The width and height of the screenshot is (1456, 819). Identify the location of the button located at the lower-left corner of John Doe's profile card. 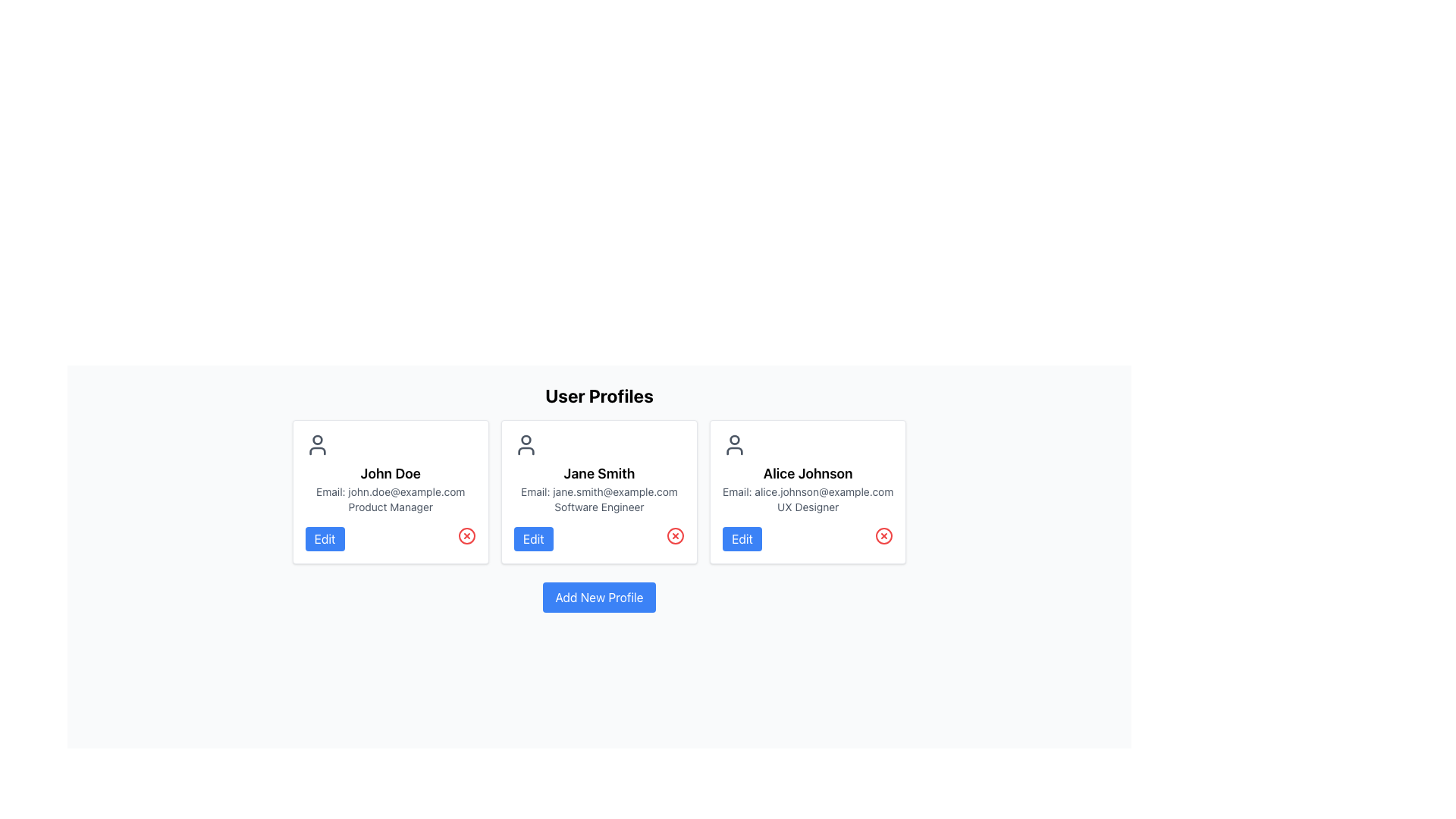
(324, 538).